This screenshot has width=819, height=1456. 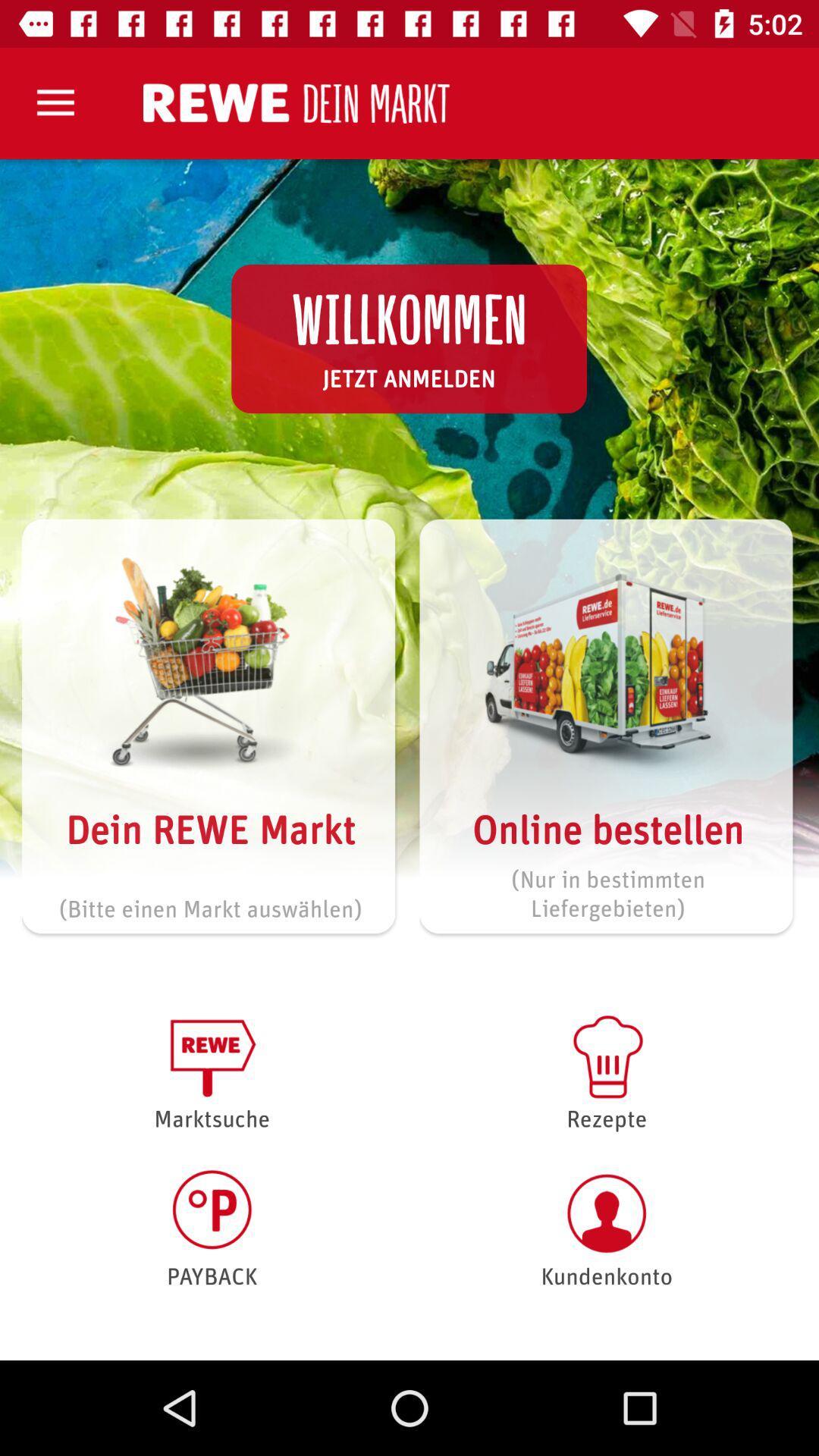 I want to click on the item at the top left corner, so click(x=55, y=102).